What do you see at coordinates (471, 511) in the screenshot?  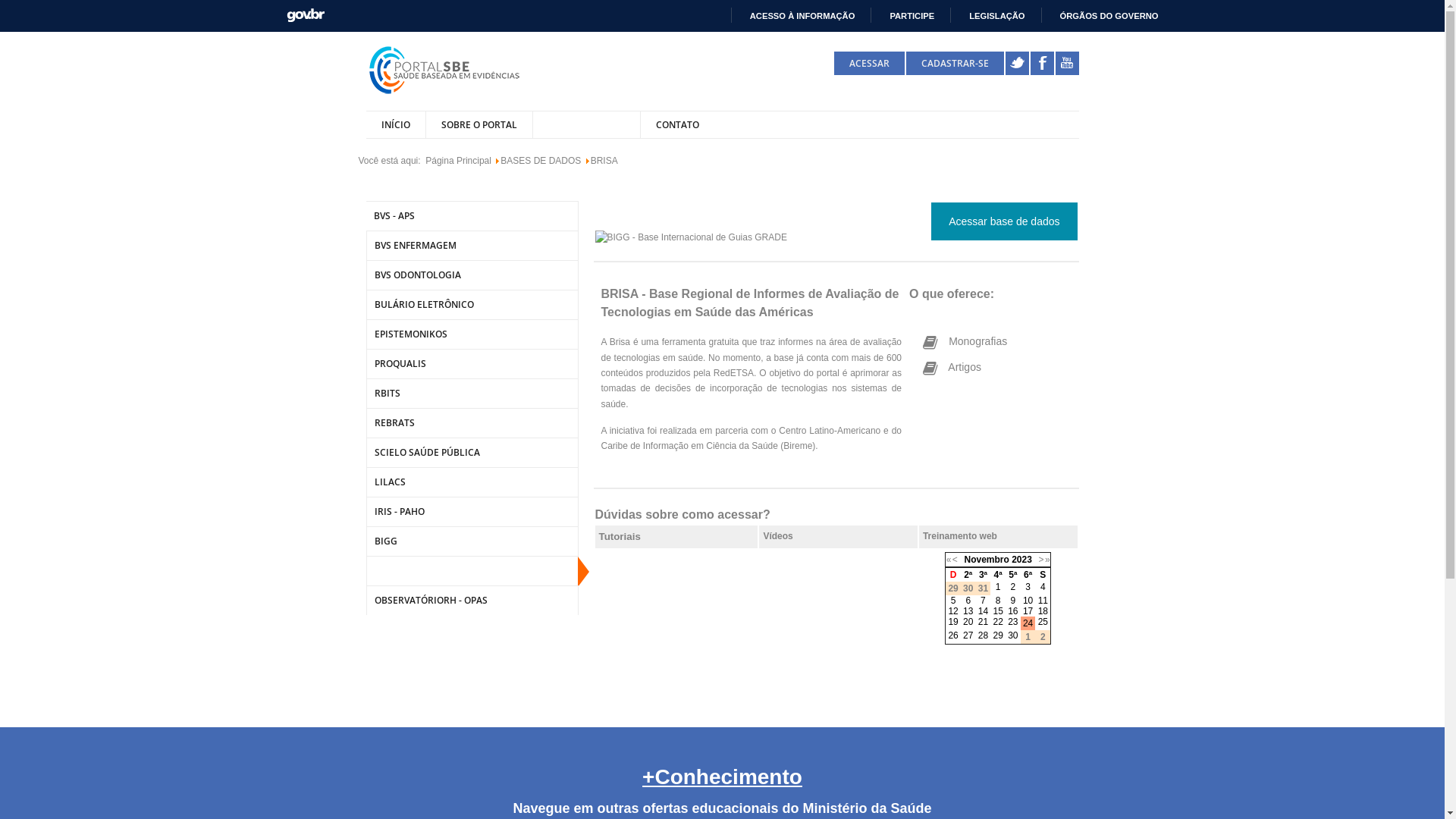 I see `'IRIS - PAHO'` at bounding box center [471, 511].